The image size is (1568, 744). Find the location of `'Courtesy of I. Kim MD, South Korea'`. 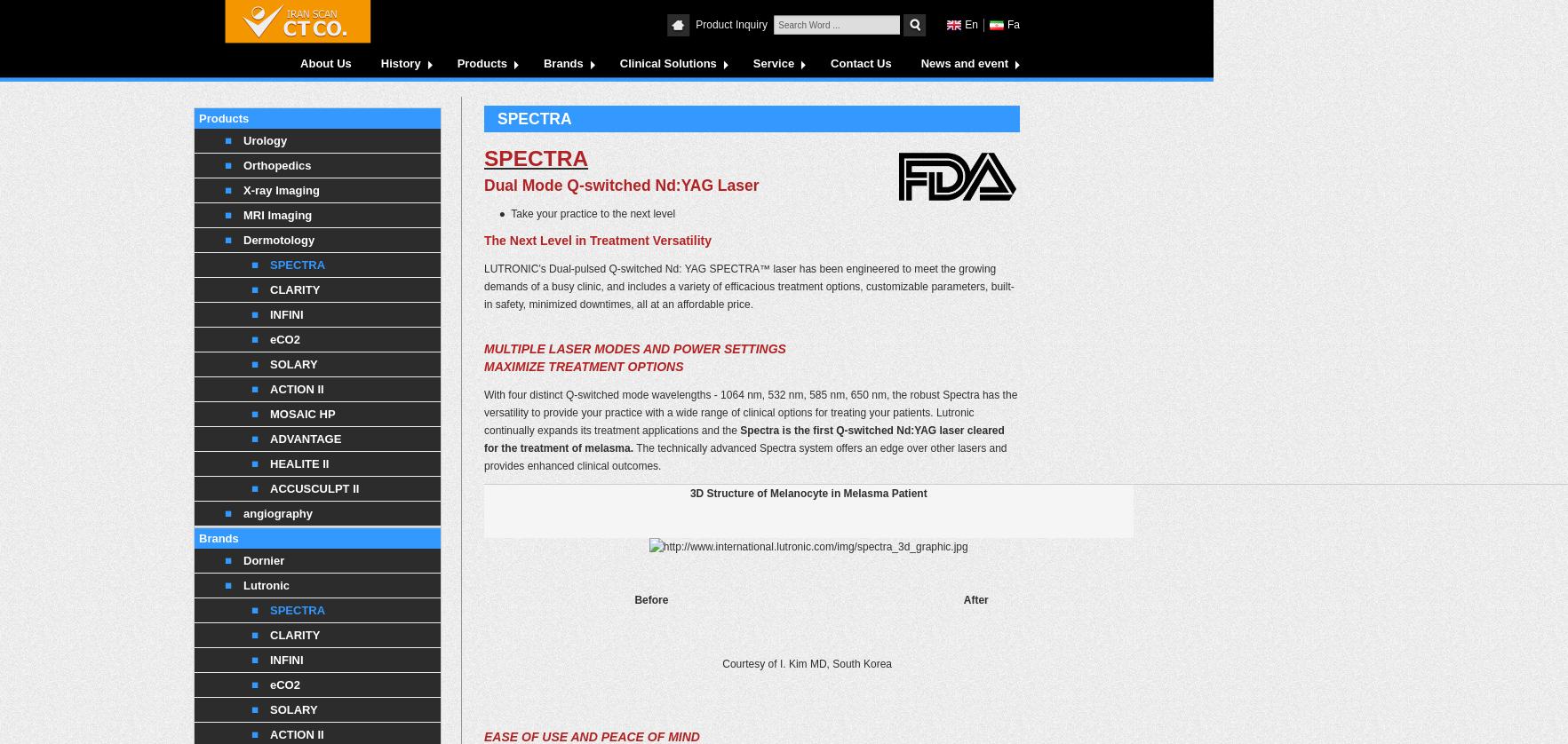

'Courtesy of I. Kim MD, South Korea' is located at coordinates (808, 662).